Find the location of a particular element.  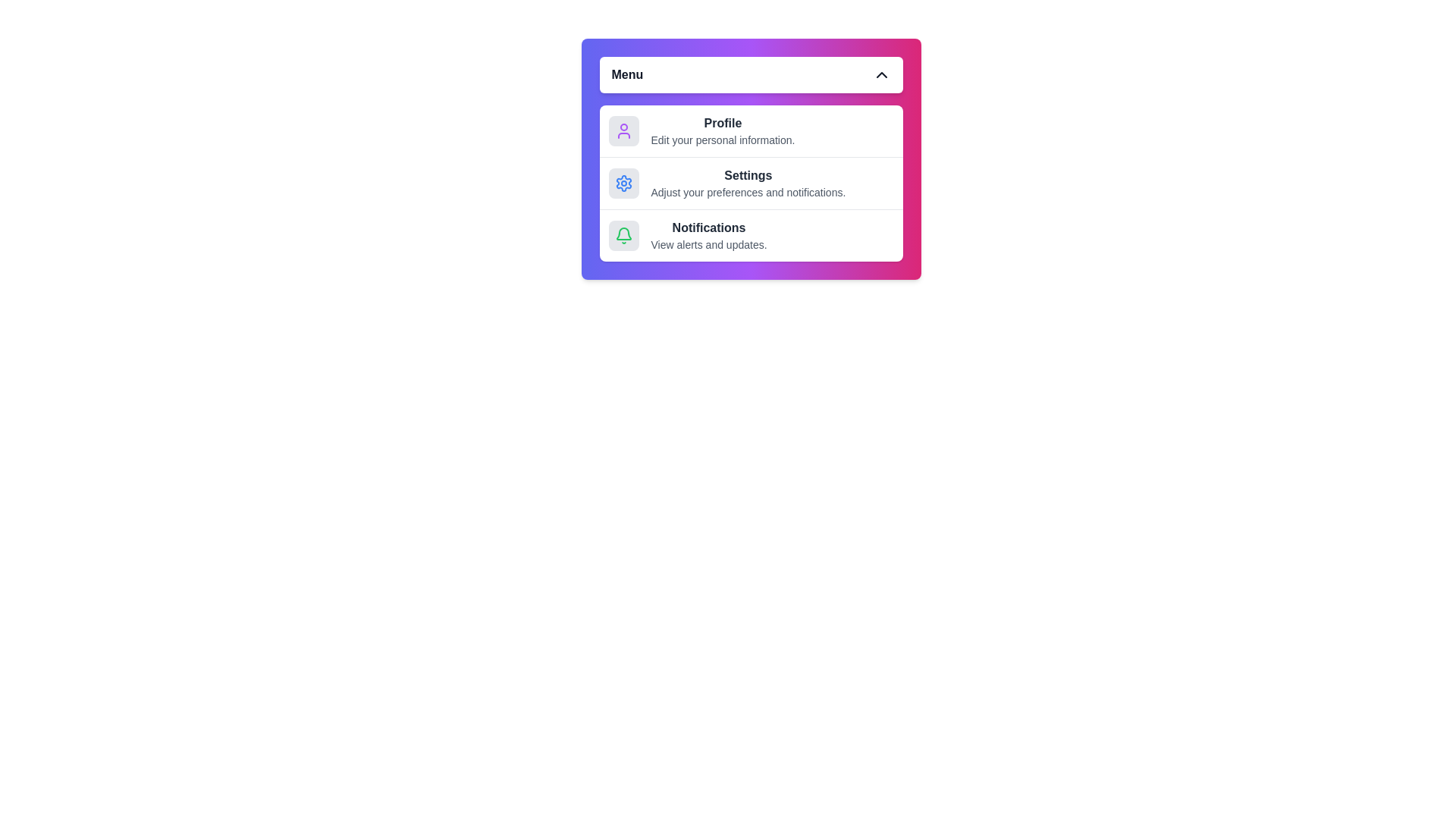

the menu item Settings to highlight it is located at coordinates (751, 182).